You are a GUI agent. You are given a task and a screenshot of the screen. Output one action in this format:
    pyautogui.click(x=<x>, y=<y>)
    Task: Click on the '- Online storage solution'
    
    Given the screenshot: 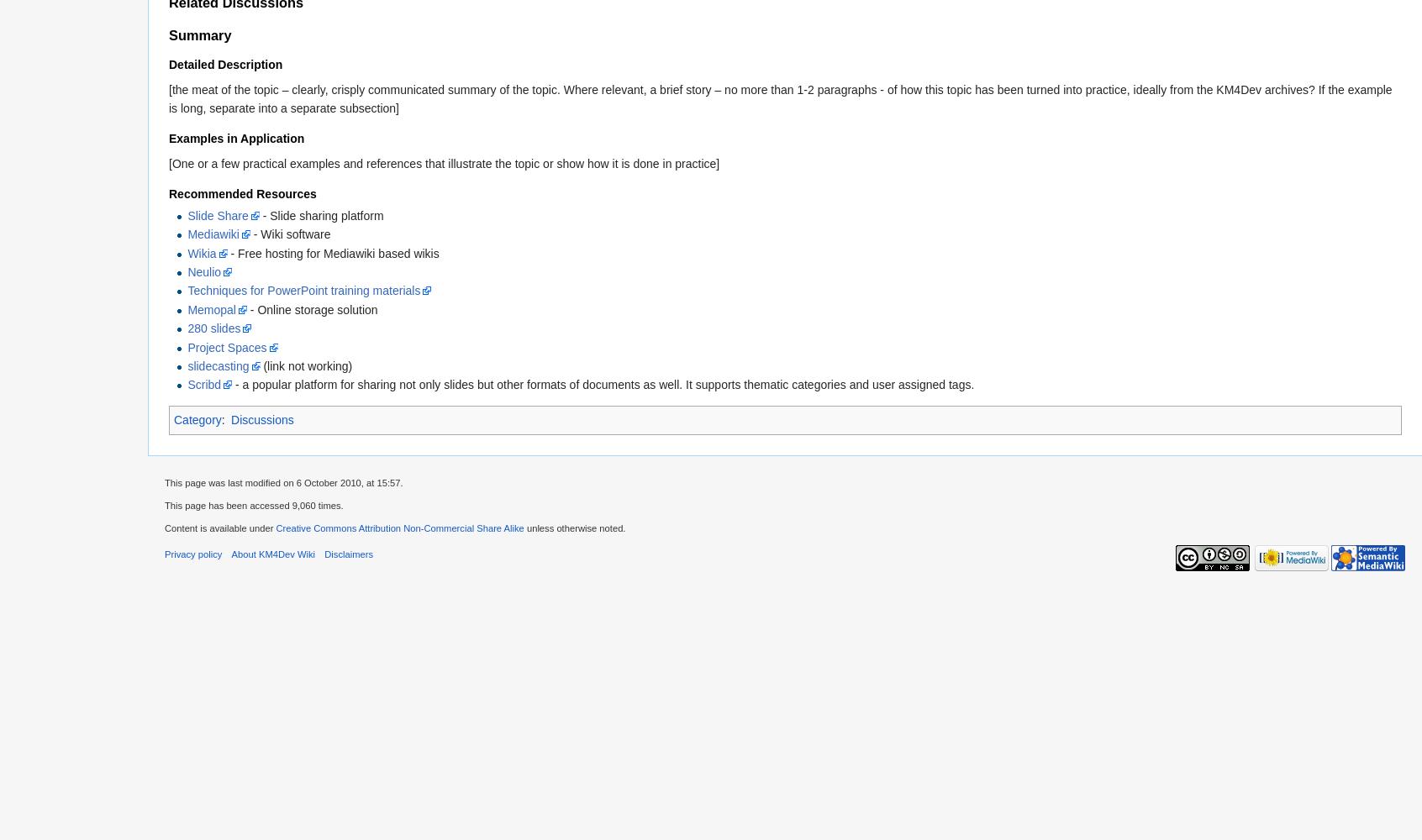 What is the action you would take?
    pyautogui.click(x=245, y=308)
    